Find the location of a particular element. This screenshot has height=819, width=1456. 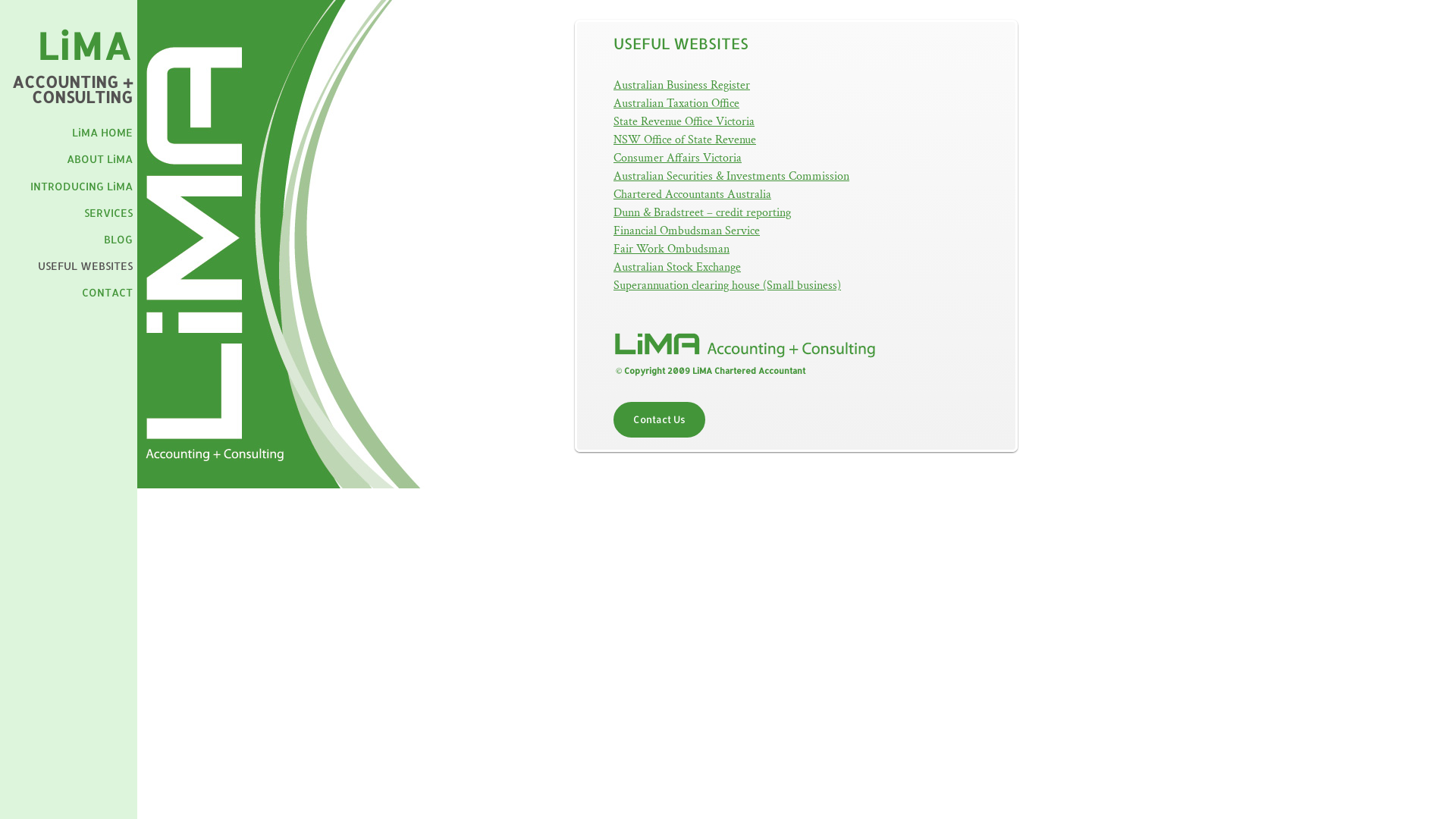

'LiMA HOME' is located at coordinates (71, 131).